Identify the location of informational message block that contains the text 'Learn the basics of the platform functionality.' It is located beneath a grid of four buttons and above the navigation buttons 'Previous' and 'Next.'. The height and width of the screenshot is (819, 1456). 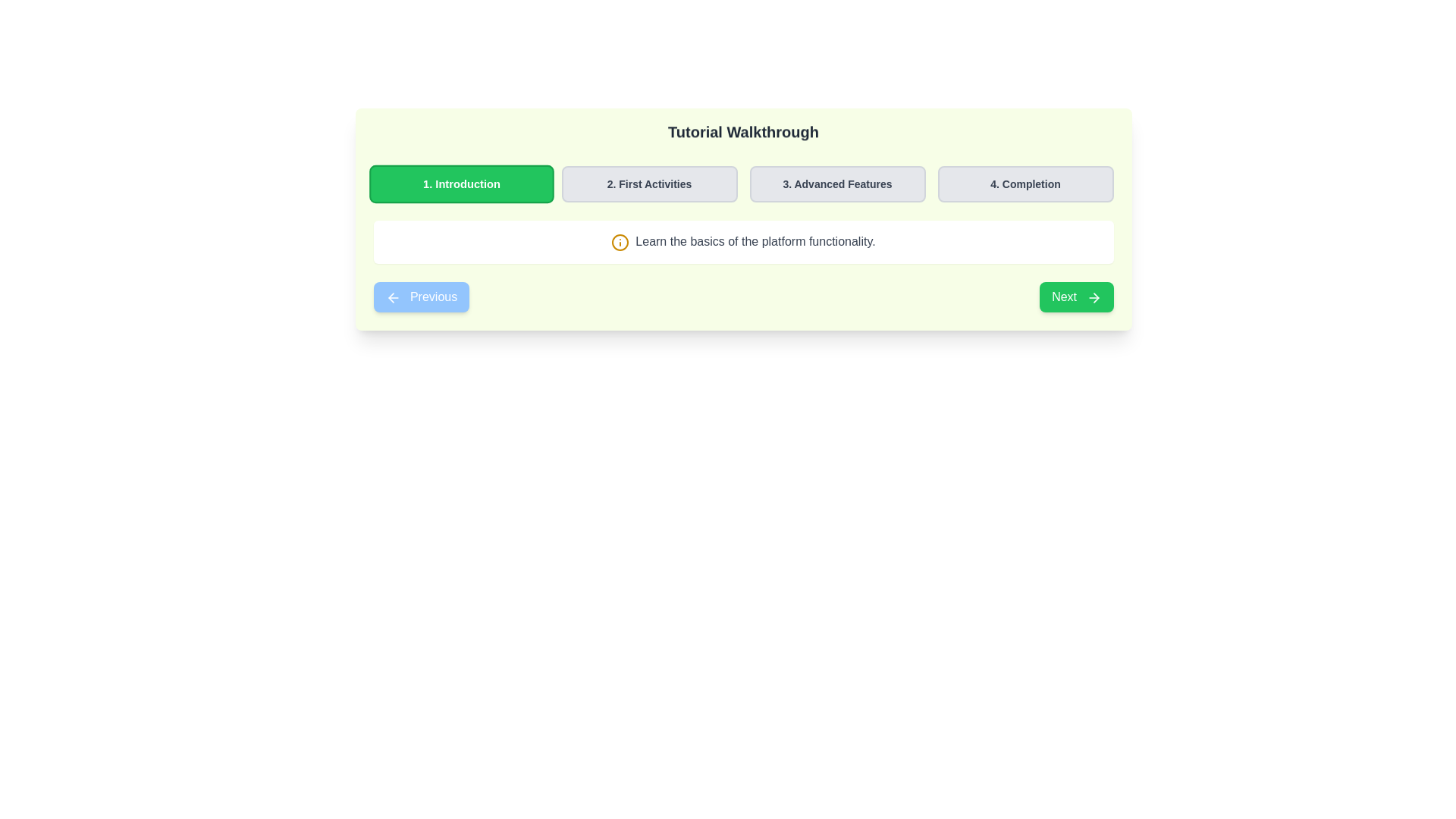
(743, 241).